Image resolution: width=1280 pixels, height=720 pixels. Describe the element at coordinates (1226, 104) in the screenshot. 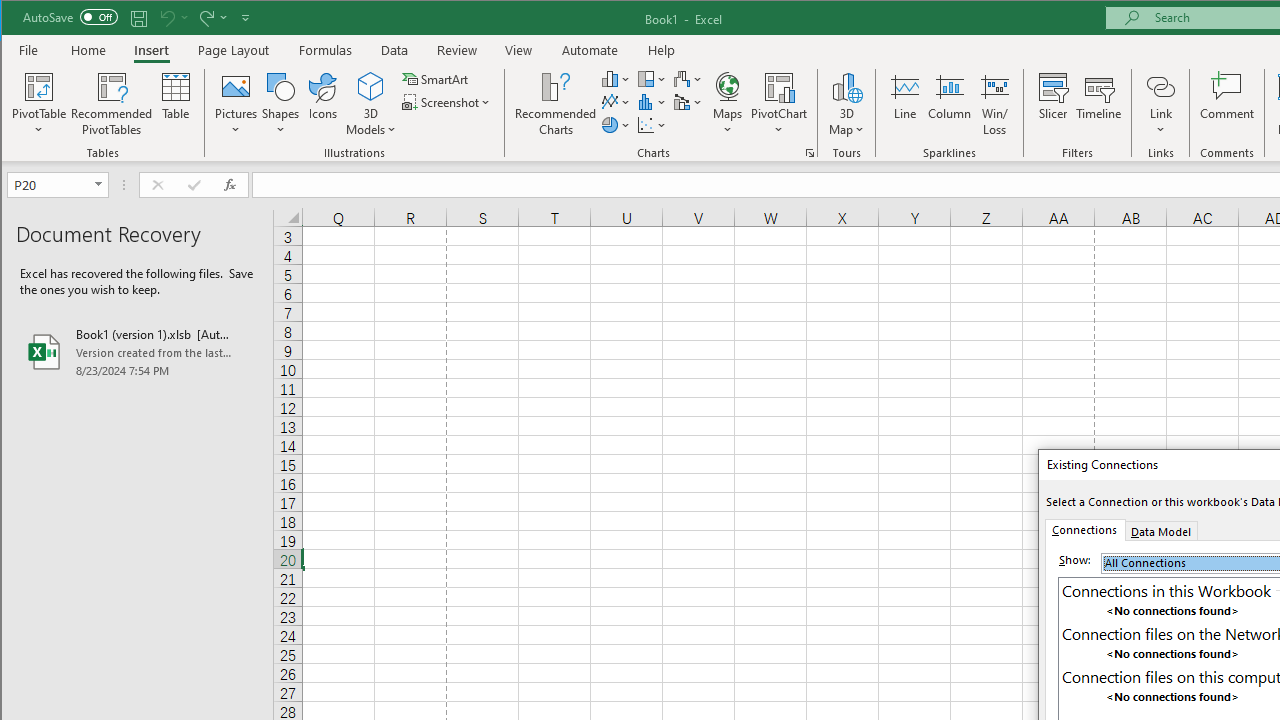

I see `'Comment'` at that location.